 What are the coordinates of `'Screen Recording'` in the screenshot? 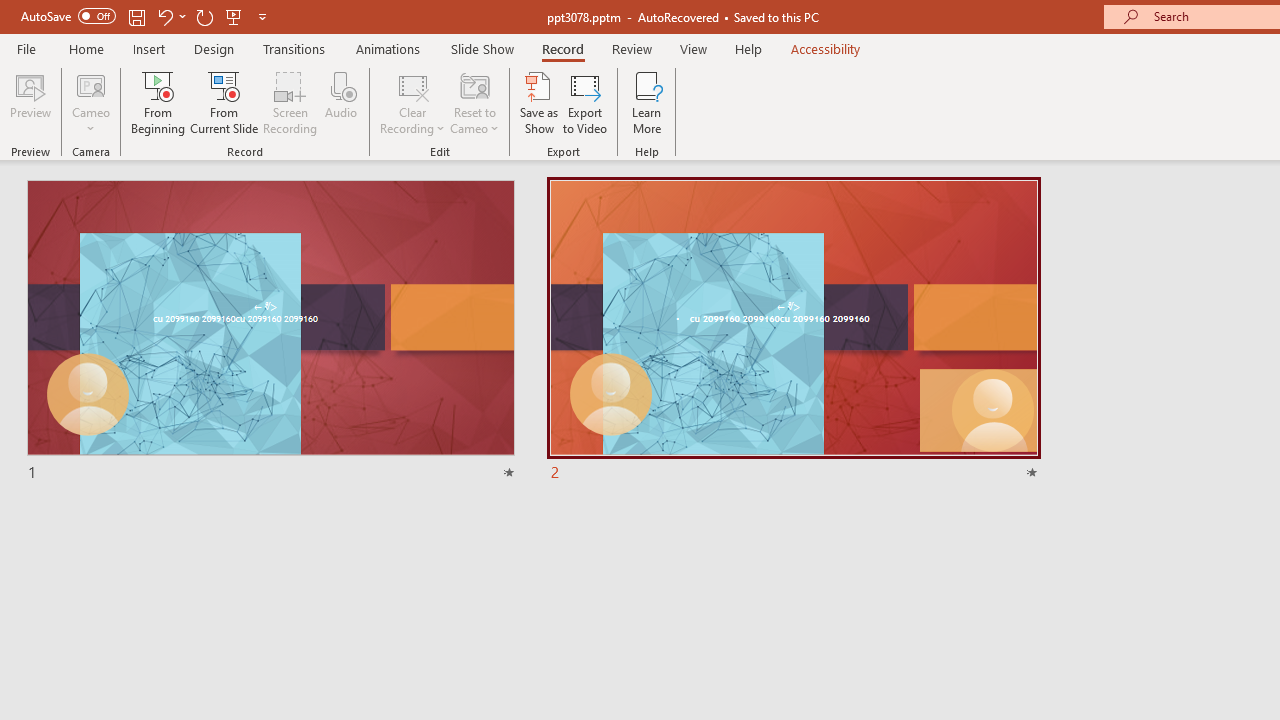 It's located at (289, 103).